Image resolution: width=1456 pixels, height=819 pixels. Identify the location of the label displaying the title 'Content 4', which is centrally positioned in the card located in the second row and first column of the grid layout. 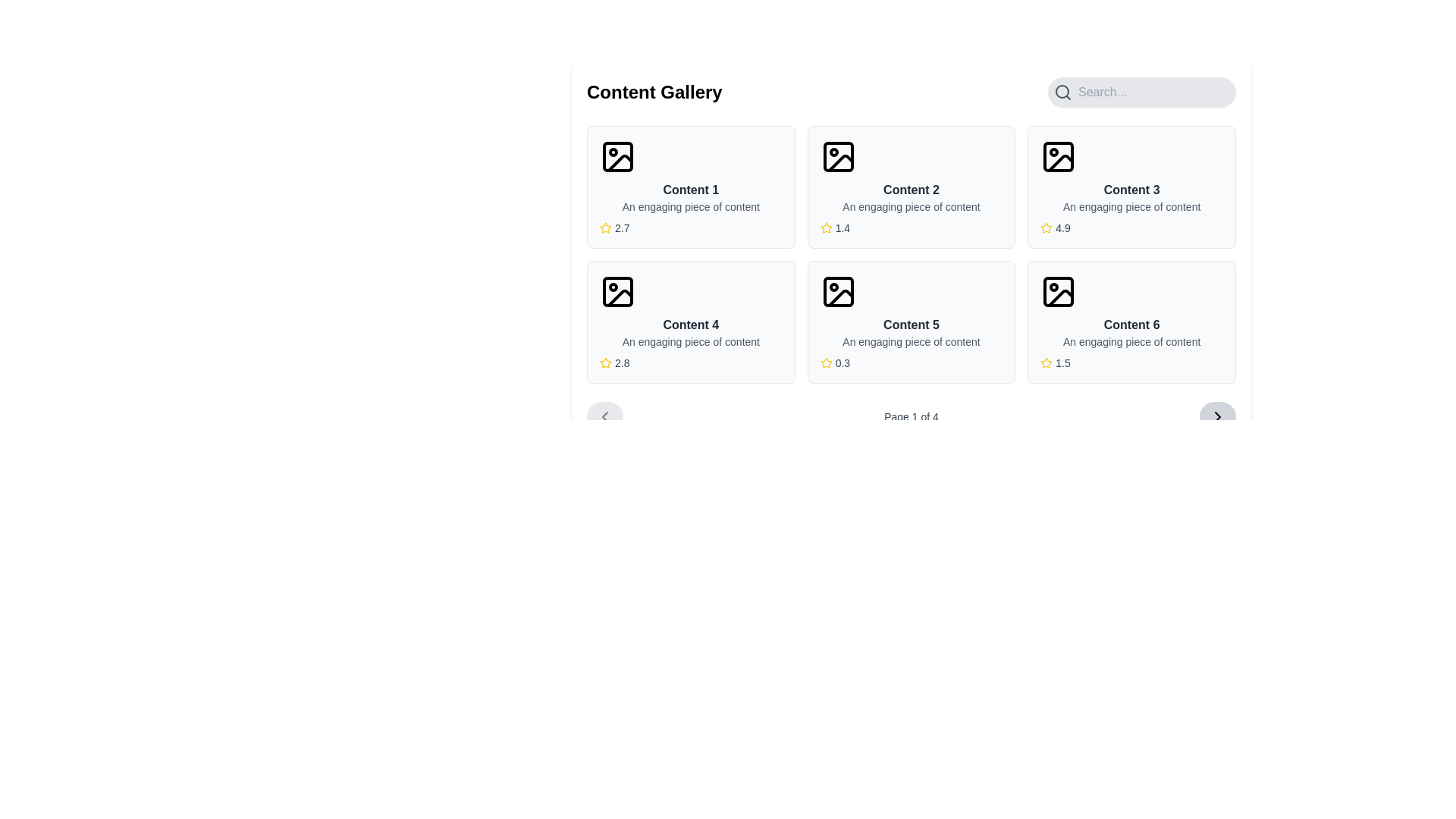
(690, 324).